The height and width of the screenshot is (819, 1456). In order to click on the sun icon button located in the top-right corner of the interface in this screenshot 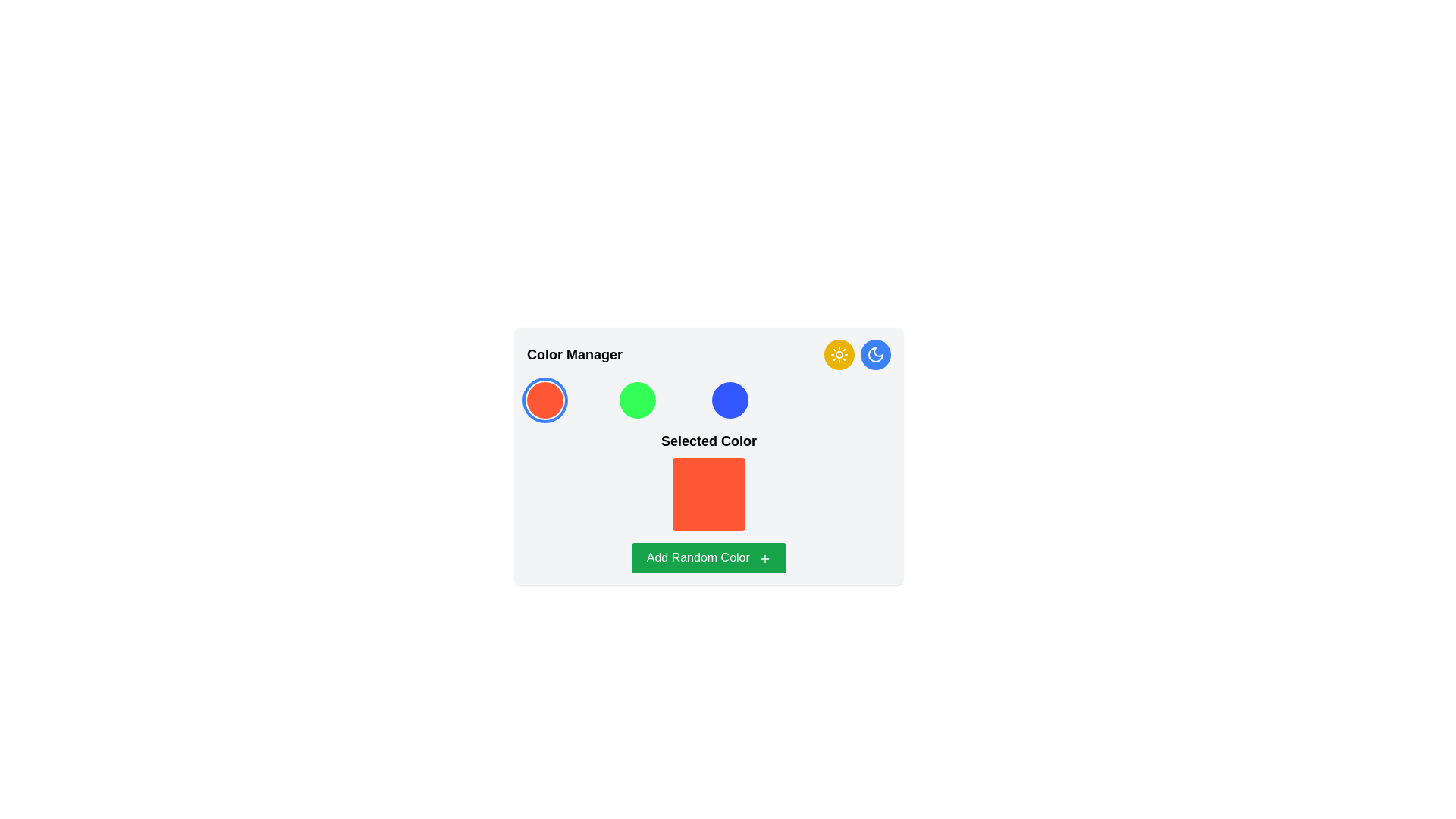, I will do `click(839, 354)`.